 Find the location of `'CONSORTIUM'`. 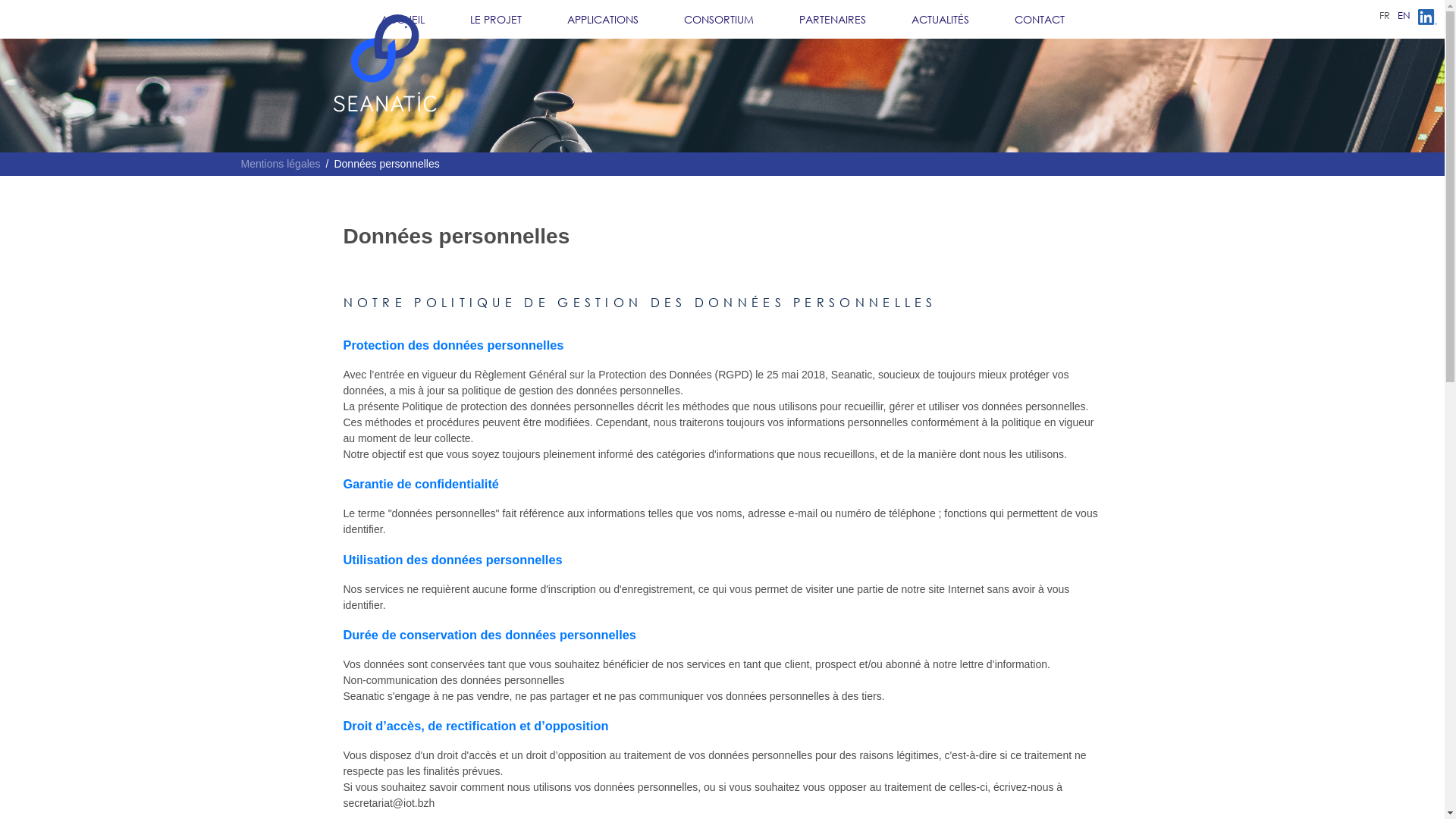

'CONSORTIUM' is located at coordinates (683, 19).